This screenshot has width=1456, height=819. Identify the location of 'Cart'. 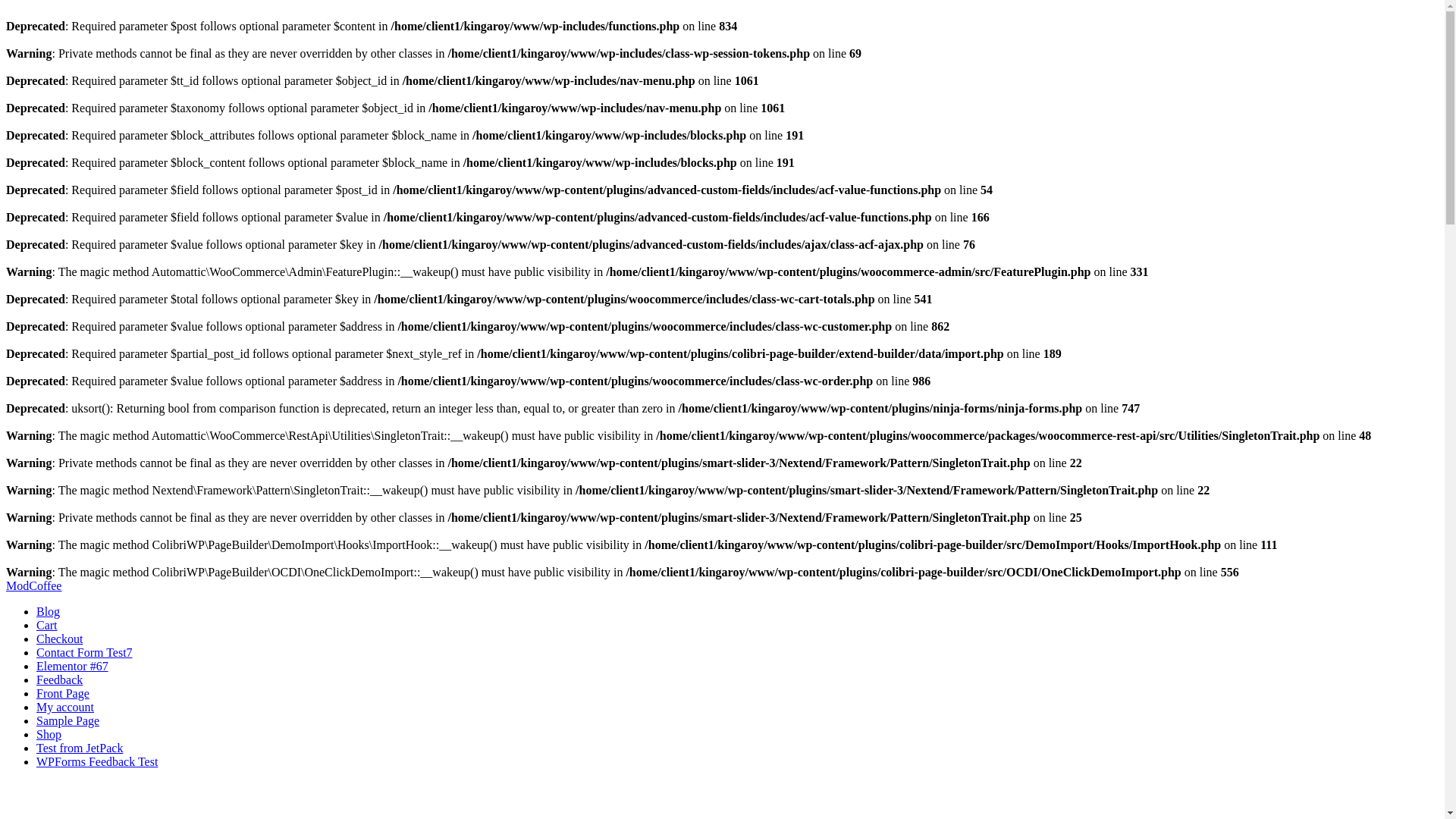
(47, 625).